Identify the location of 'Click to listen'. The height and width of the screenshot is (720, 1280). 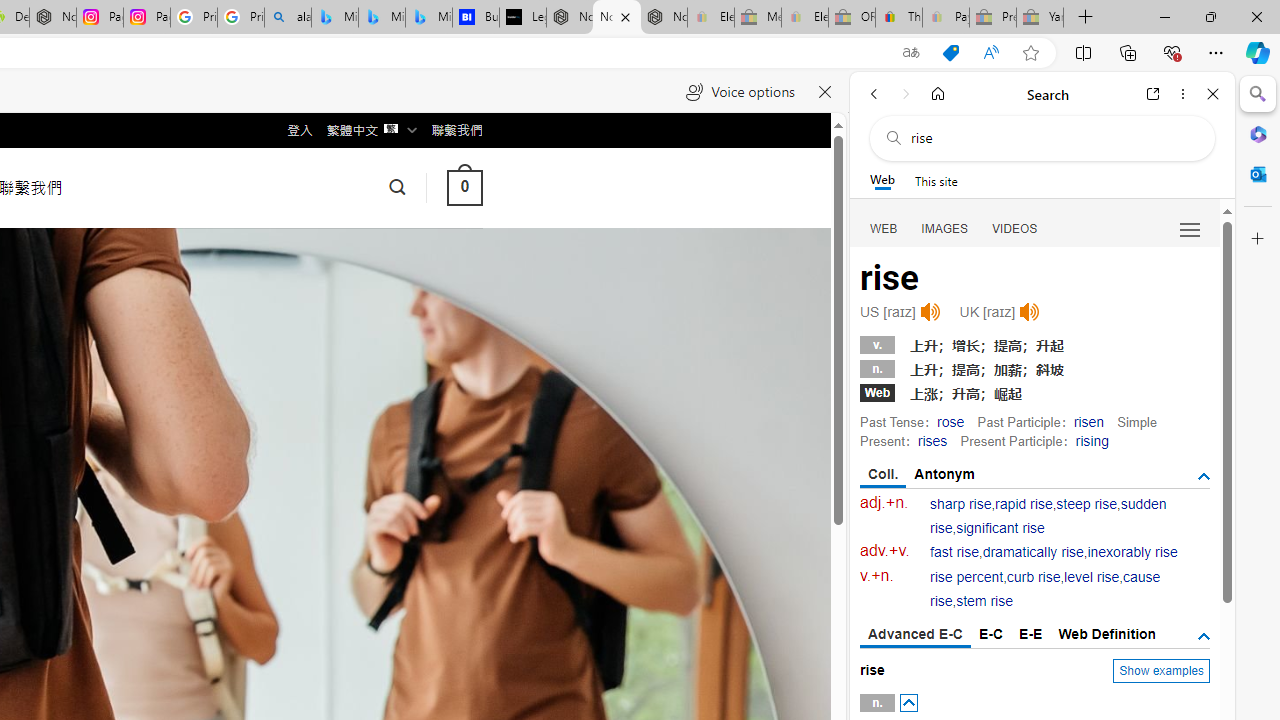
(1029, 312).